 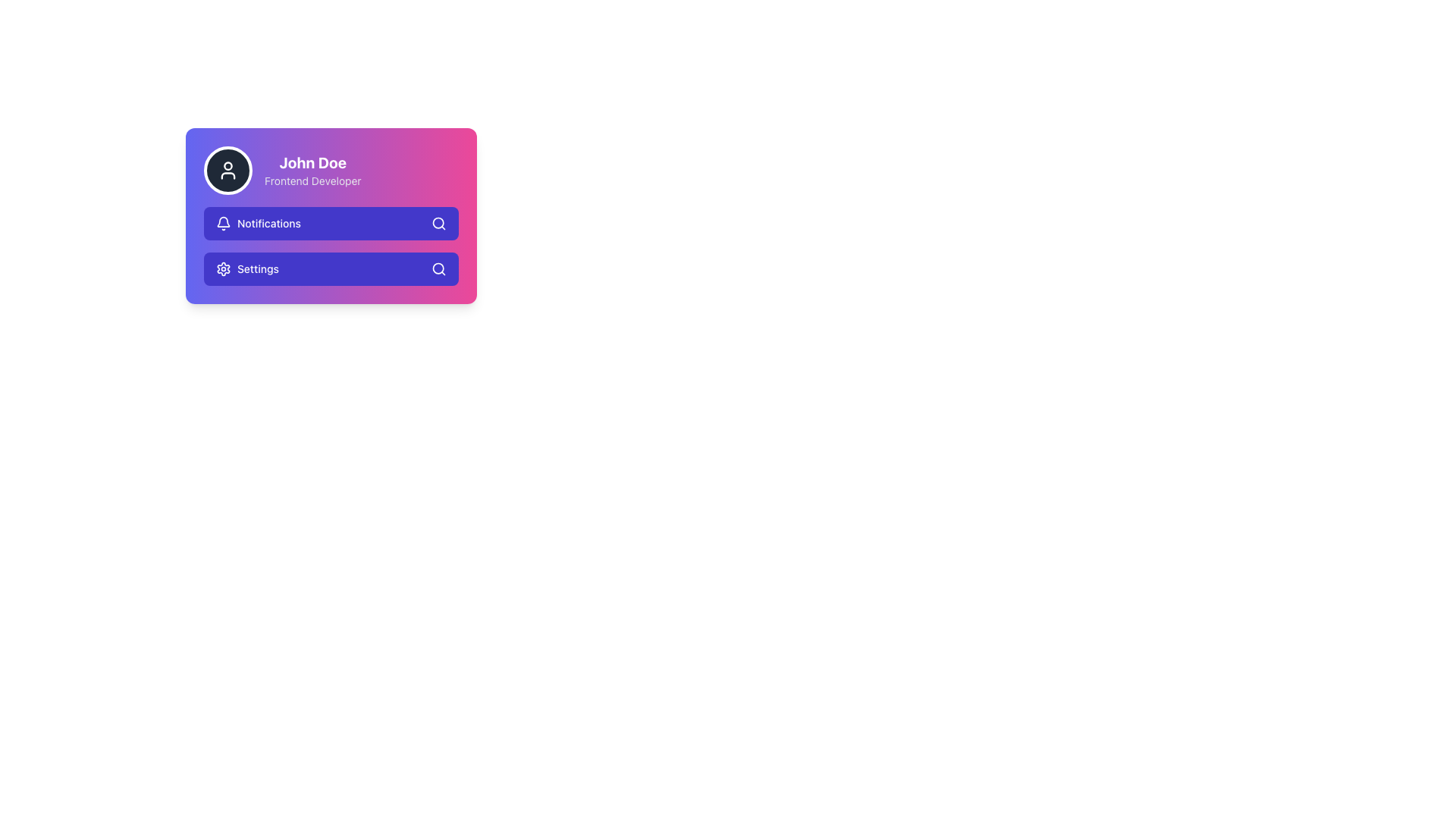 What do you see at coordinates (222, 223) in the screenshot?
I see `the bell-shaped notification icon located to the left of the 'Notifications' text within the sidebar menu` at bounding box center [222, 223].